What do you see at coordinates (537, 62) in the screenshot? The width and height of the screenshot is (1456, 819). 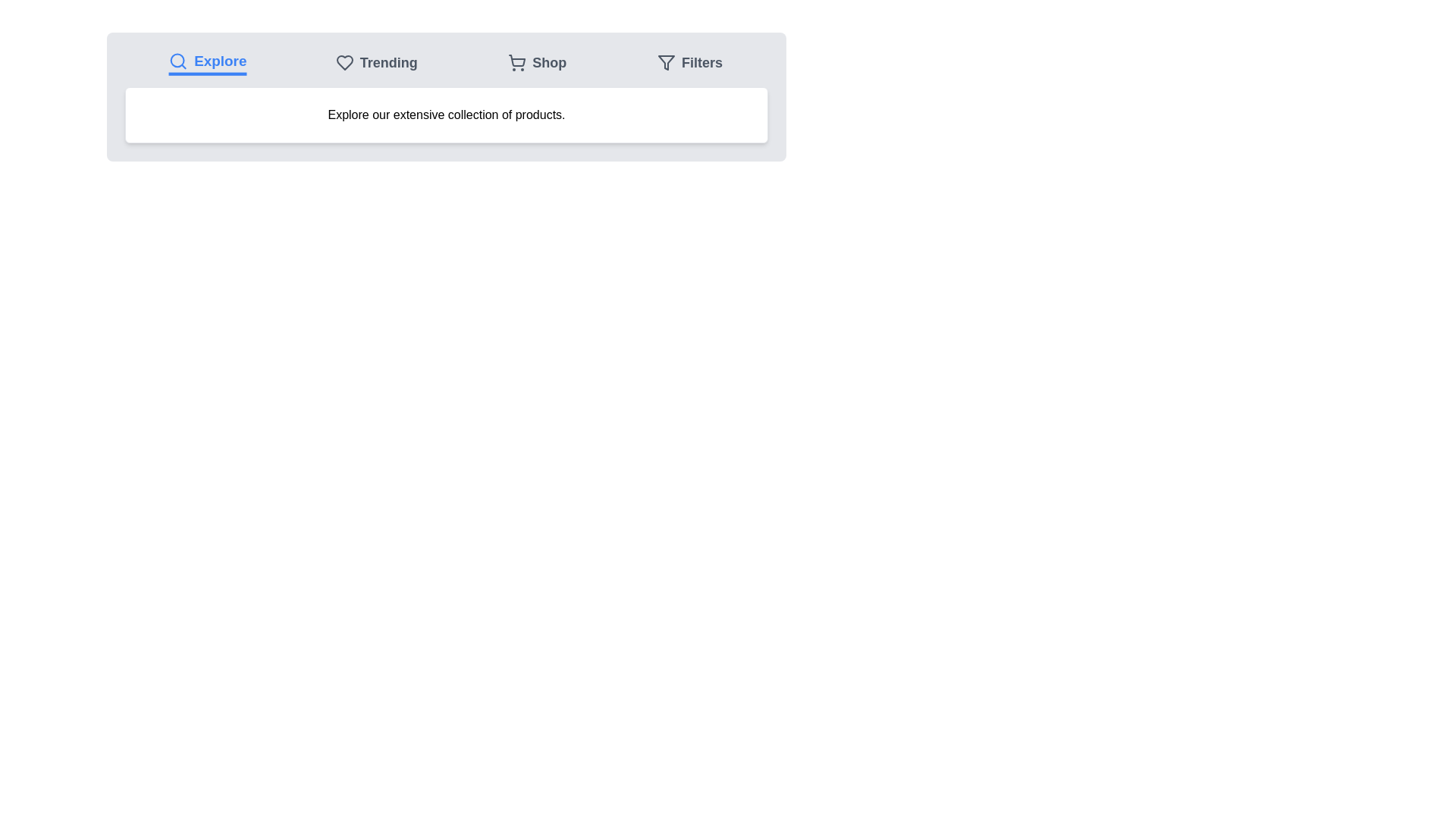 I see `the tab labeled 'Shop' to navigate to its content` at bounding box center [537, 62].